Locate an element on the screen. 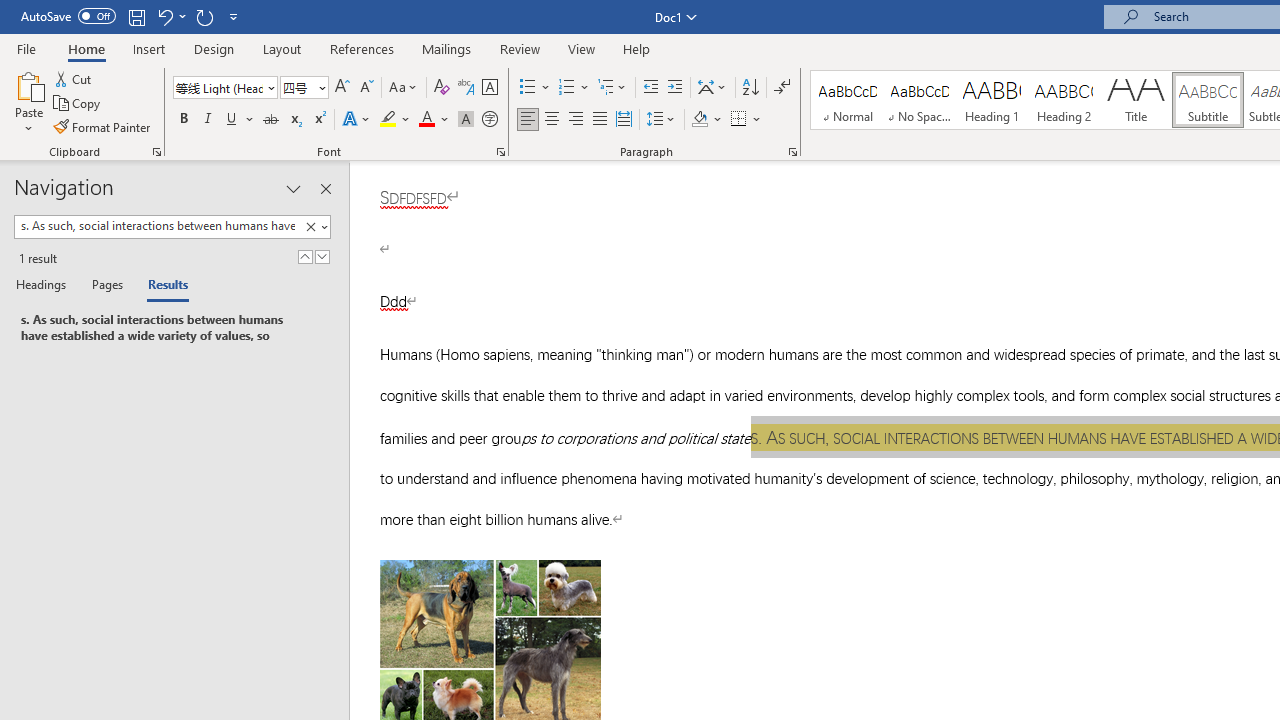 This screenshot has width=1280, height=720. 'Text Effects and Typography' is located at coordinates (357, 119).